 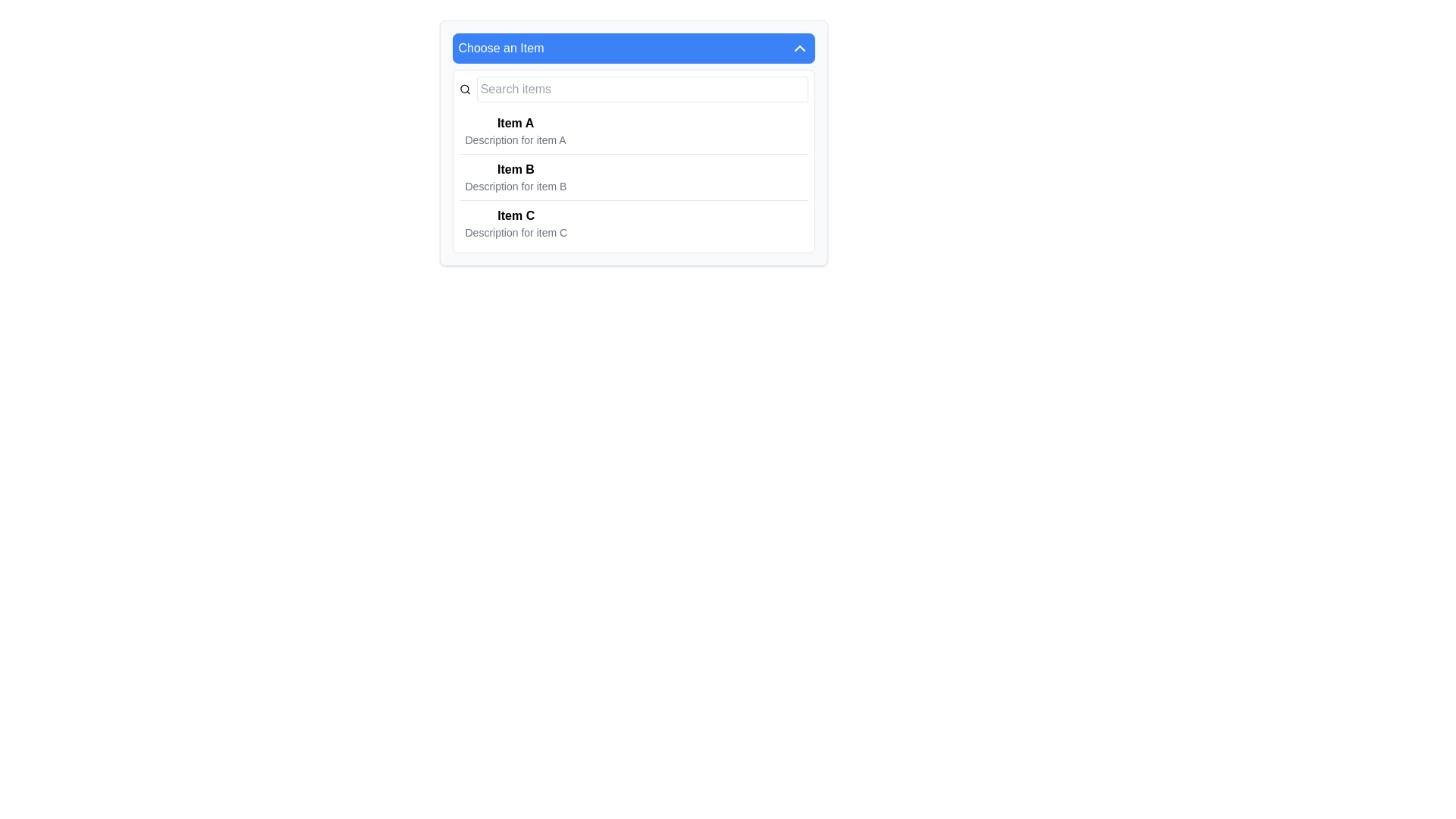 I want to click on the static text element displaying the title 'Item B', which is styled in bold and positioned above the description text, so click(x=516, y=169).